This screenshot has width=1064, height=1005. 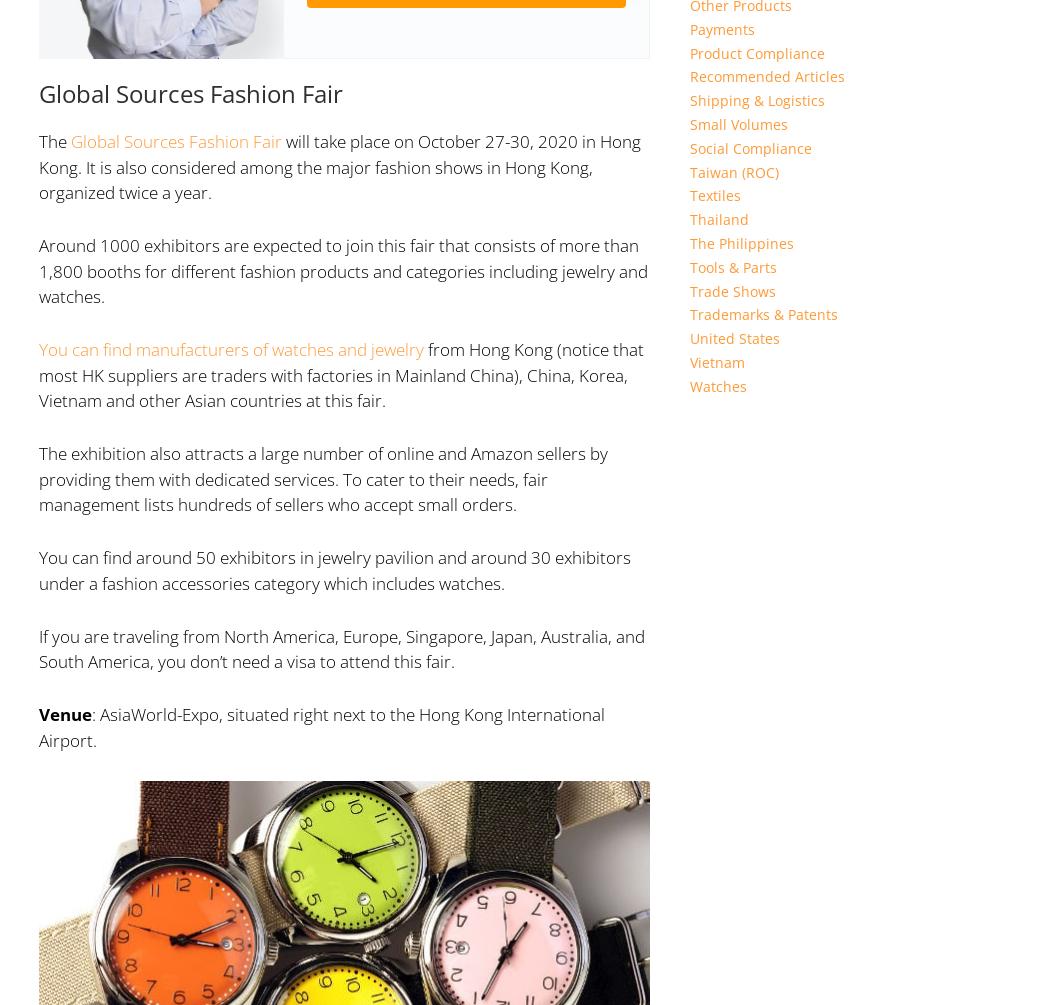 What do you see at coordinates (341, 647) in the screenshot?
I see `'If you are traveling from North America, Europe, Singapore, Japan, Australia, and South America, you don’t need a visa to attend this fair.'` at bounding box center [341, 647].